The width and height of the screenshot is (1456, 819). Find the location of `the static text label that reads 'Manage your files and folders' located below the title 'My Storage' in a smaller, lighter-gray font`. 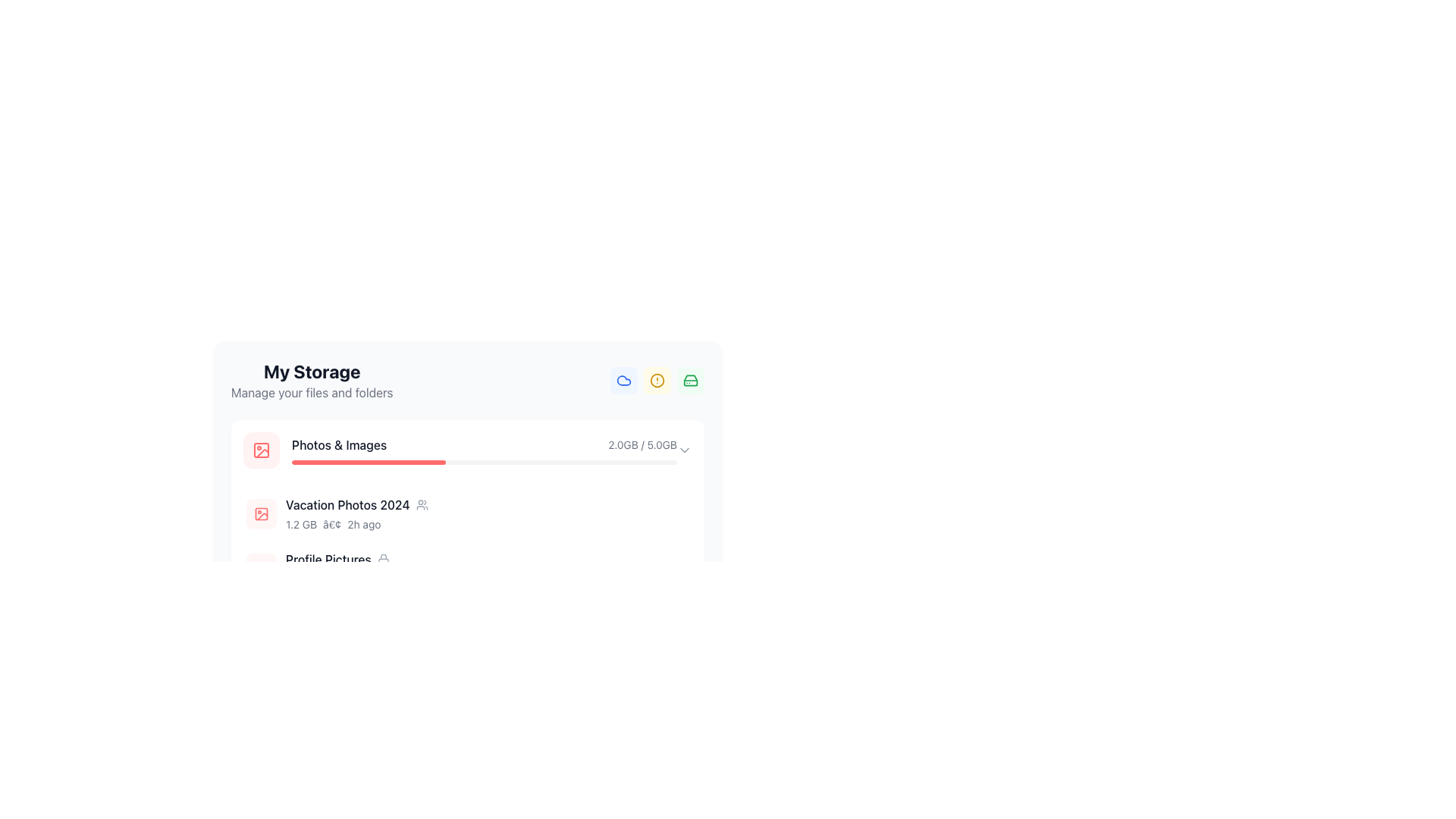

the static text label that reads 'Manage your files and folders' located below the title 'My Storage' in a smaller, lighter-gray font is located at coordinates (311, 391).